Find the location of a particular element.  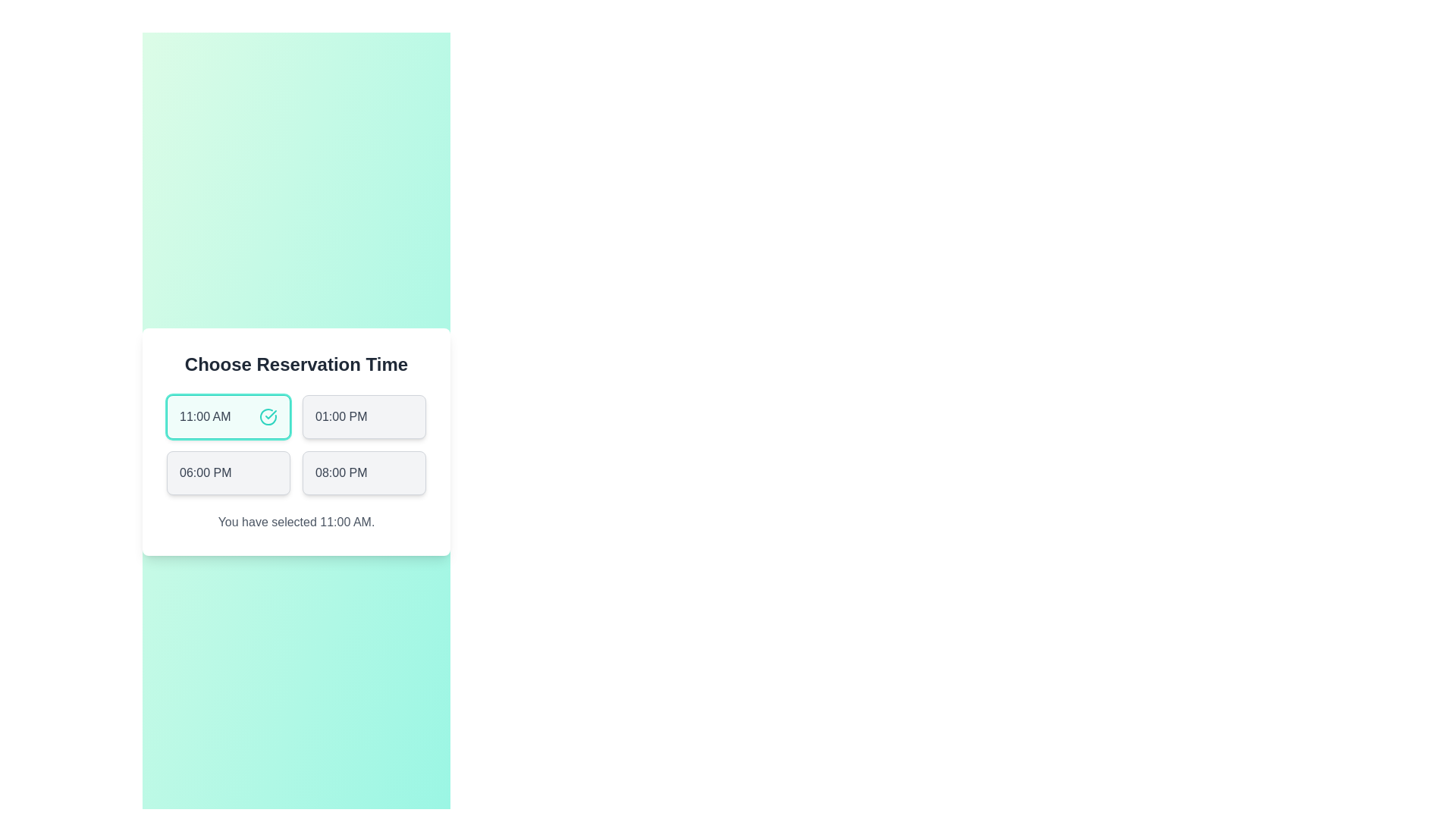

the Text Label displaying '06:00 PM' located in the bottom-left button of the reservation time selection grid is located at coordinates (205, 472).